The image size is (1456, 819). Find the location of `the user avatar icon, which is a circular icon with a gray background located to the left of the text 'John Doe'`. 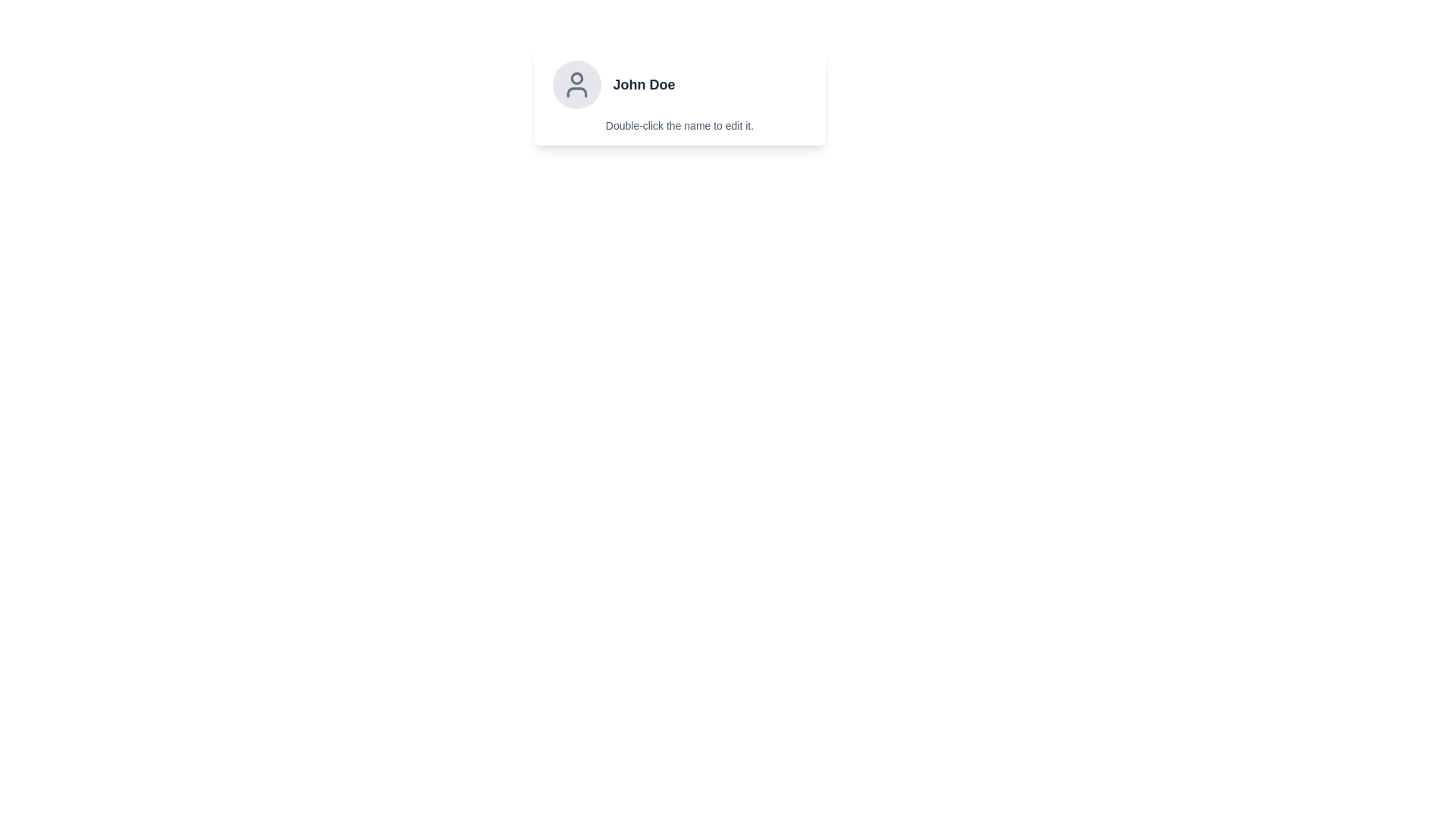

the user avatar icon, which is a circular icon with a gray background located to the left of the text 'John Doe' is located at coordinates (576, 84).